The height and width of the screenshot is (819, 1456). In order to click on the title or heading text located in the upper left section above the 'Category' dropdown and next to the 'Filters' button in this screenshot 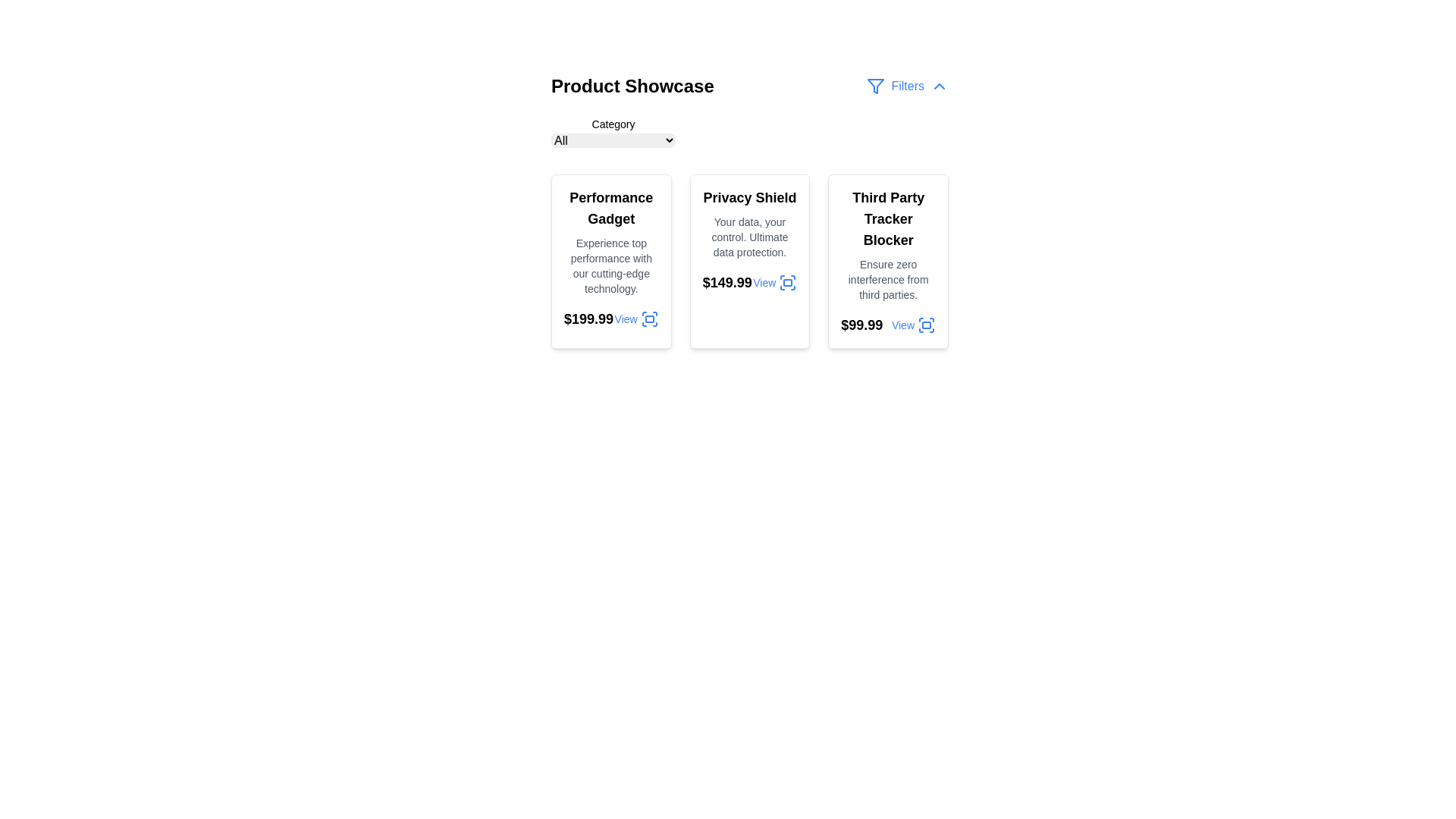, I will do `click(632, 86)`.